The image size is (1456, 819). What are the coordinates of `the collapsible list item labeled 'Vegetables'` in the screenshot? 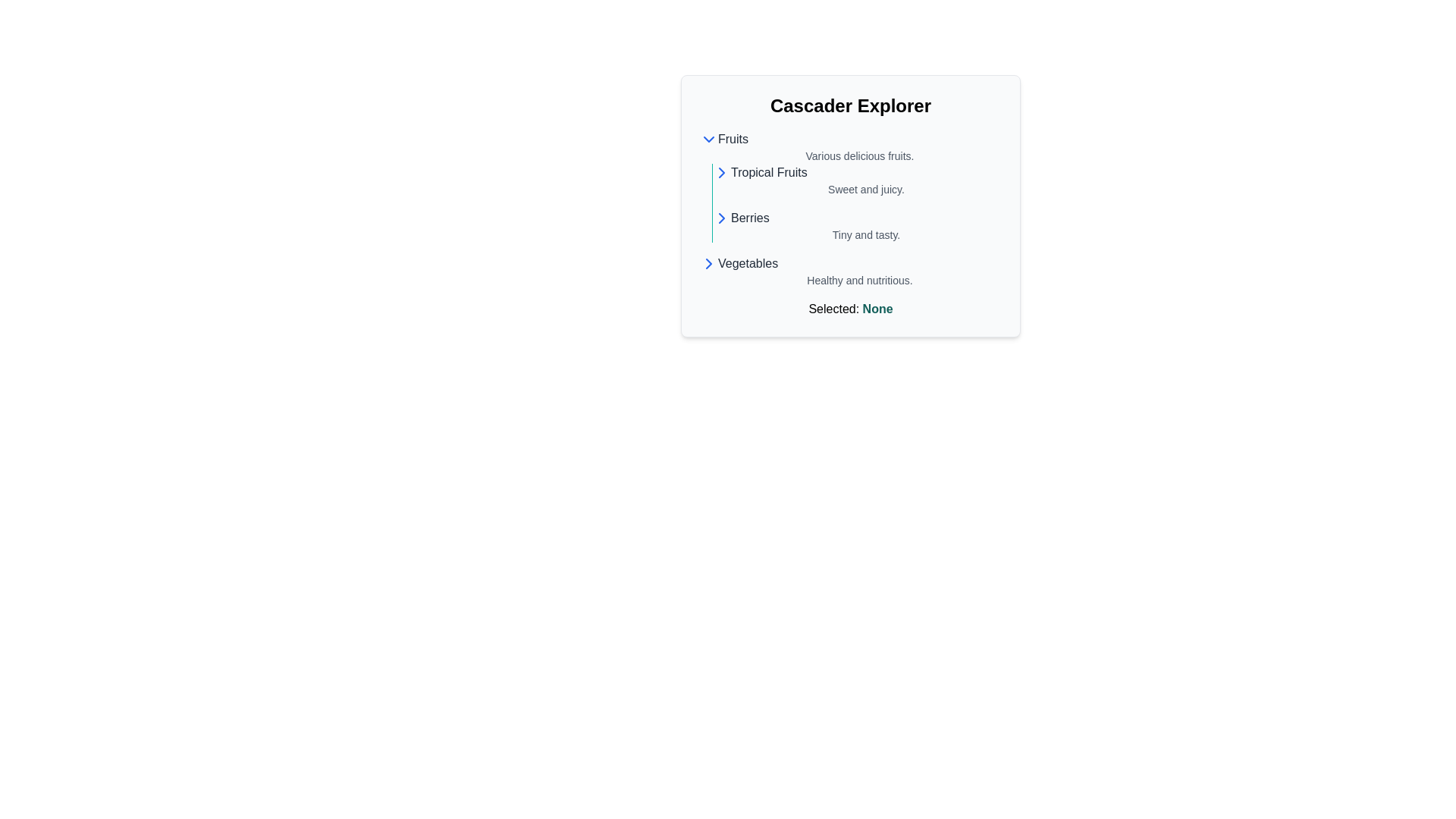 It's located at (851, 262).